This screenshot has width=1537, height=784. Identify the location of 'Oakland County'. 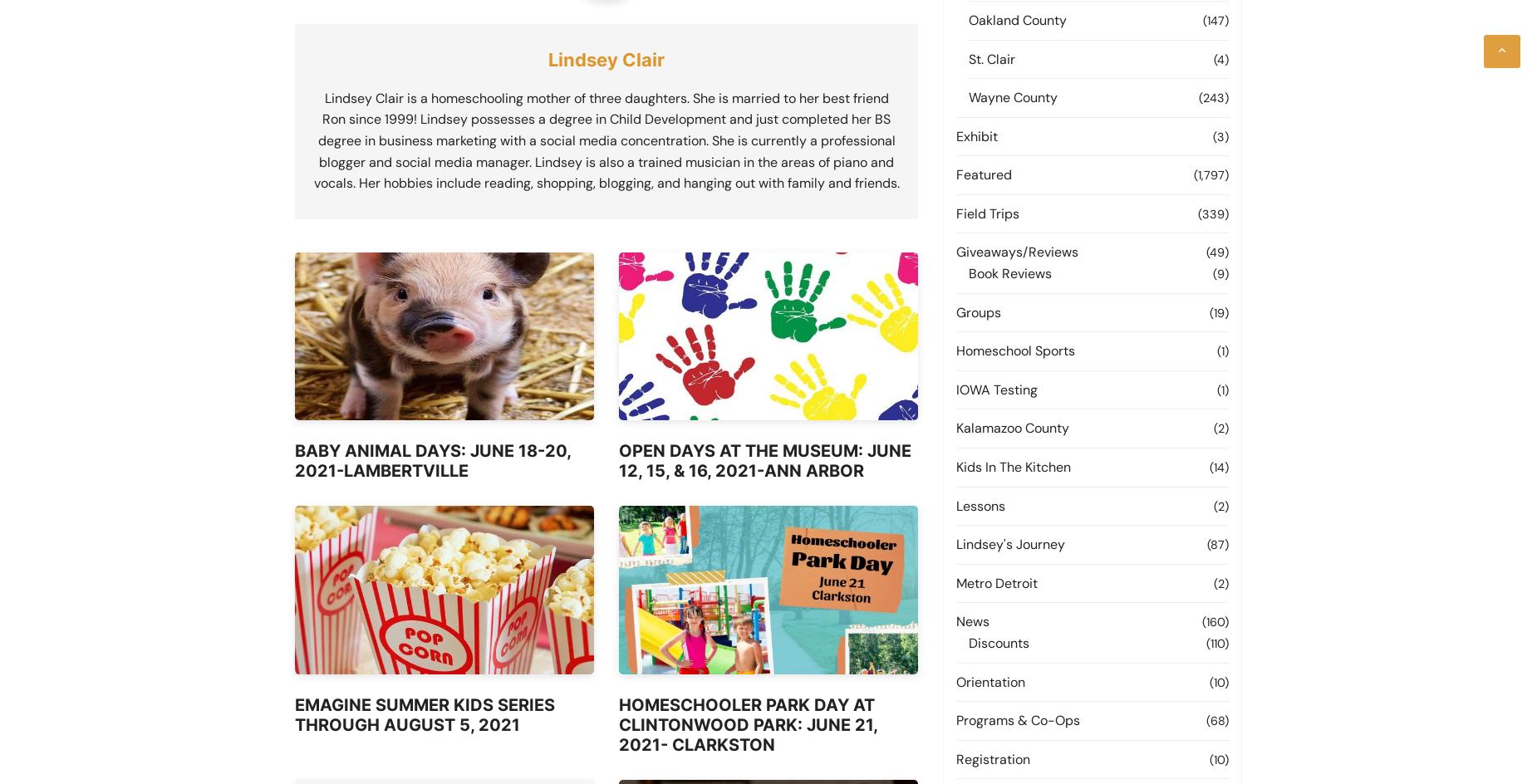
(1017, 19).